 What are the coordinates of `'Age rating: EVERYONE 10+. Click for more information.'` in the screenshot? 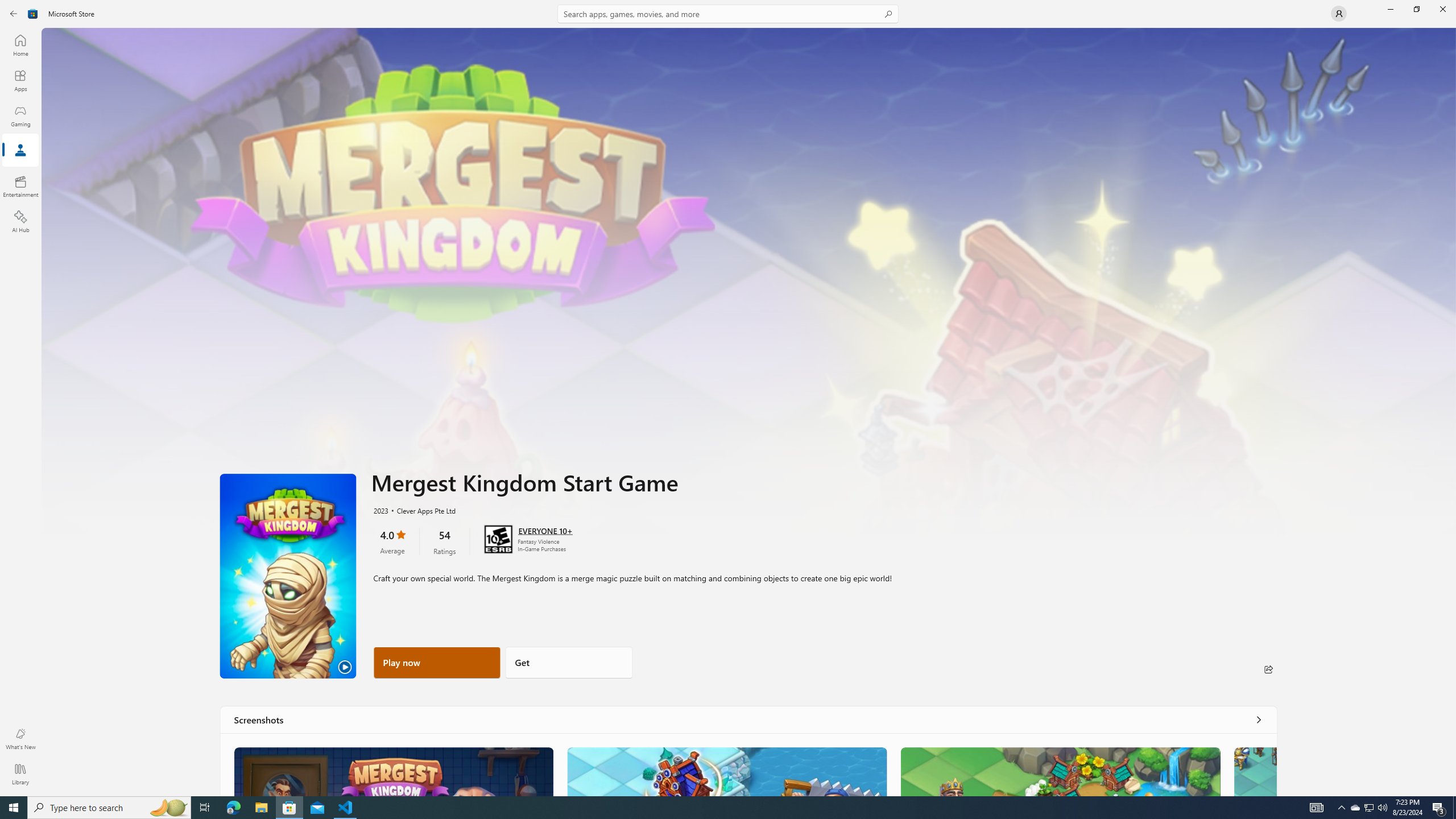 It's located at (544, 529).